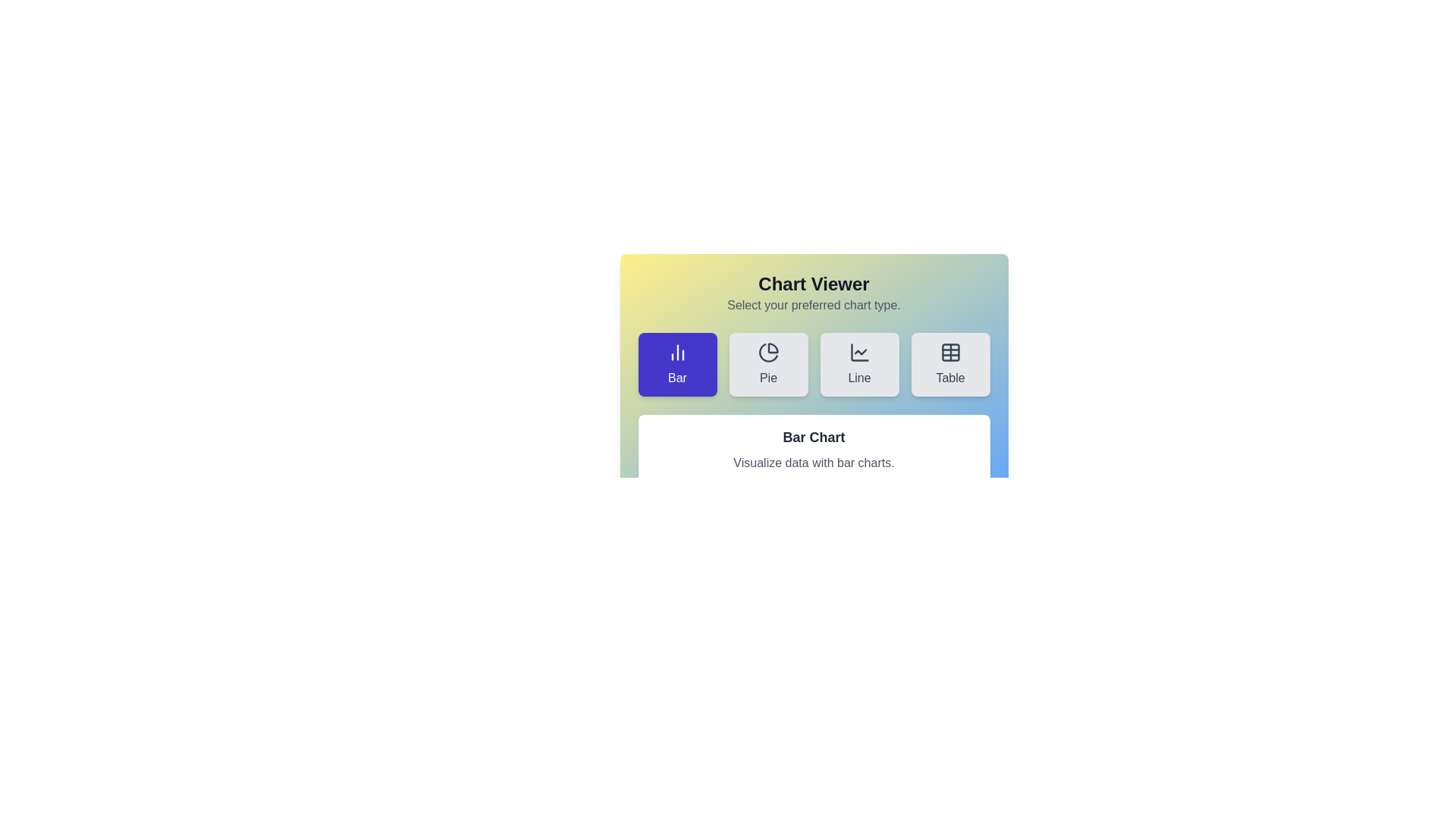 The width and height of the screenshot is (1456, 819). I want to click on the button that allows the user to select the 'Pie' chart option, positioned between the 'Bar' and 'Line' buttons, so click(768, 365).